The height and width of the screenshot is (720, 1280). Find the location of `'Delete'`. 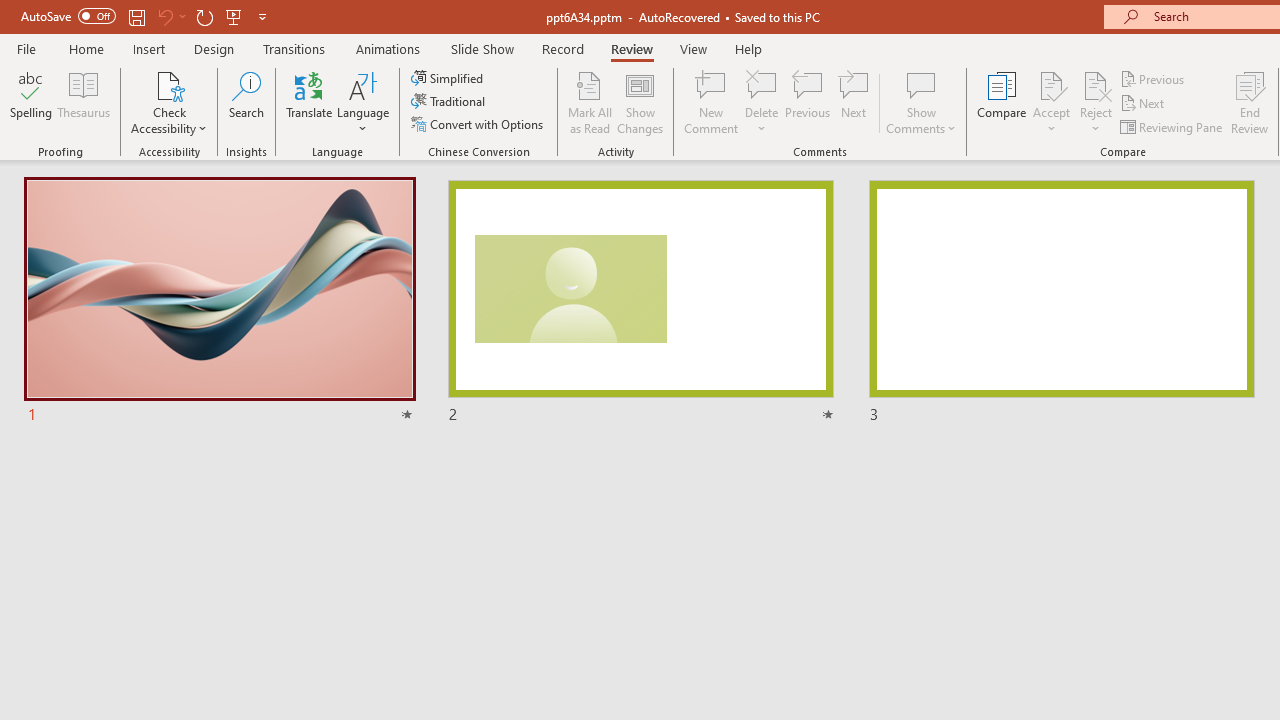

'Delete' is located at coordinates (761, 103).